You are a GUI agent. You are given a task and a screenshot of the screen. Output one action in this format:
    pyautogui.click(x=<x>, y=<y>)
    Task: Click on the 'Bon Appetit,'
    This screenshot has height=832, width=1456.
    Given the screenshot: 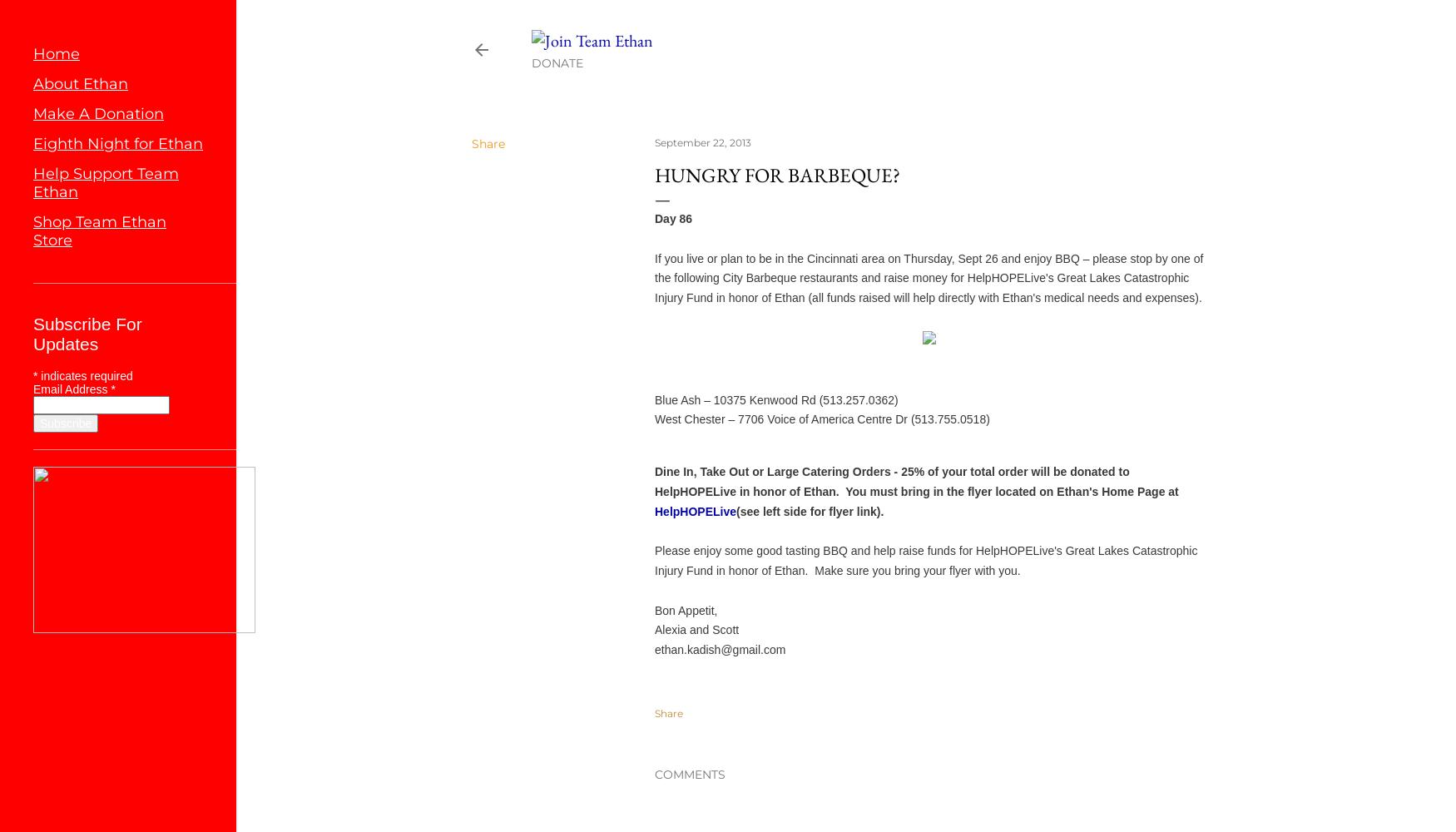 What is the action you would take?
    pyautogui.click(x=686, y=609)
    